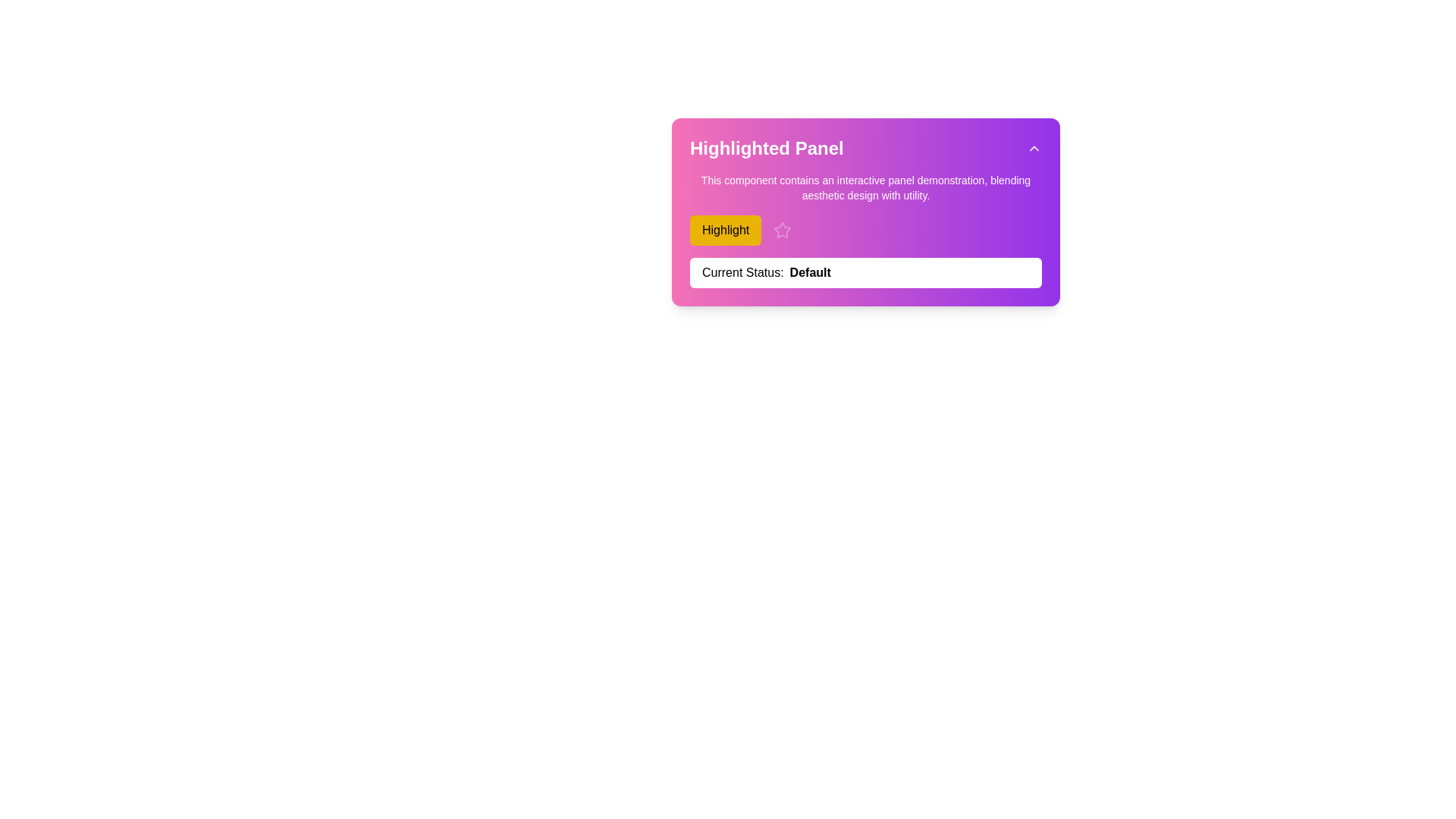 Image resolution: width=1456 pixels, height=819 pixels. What do you see at coordinates (1033, 149) in the screenshot?
I see `the collapsibility toggle button located at the top-right corner of the 'Highlighted Panel'` at bounding box center [1033, 149].